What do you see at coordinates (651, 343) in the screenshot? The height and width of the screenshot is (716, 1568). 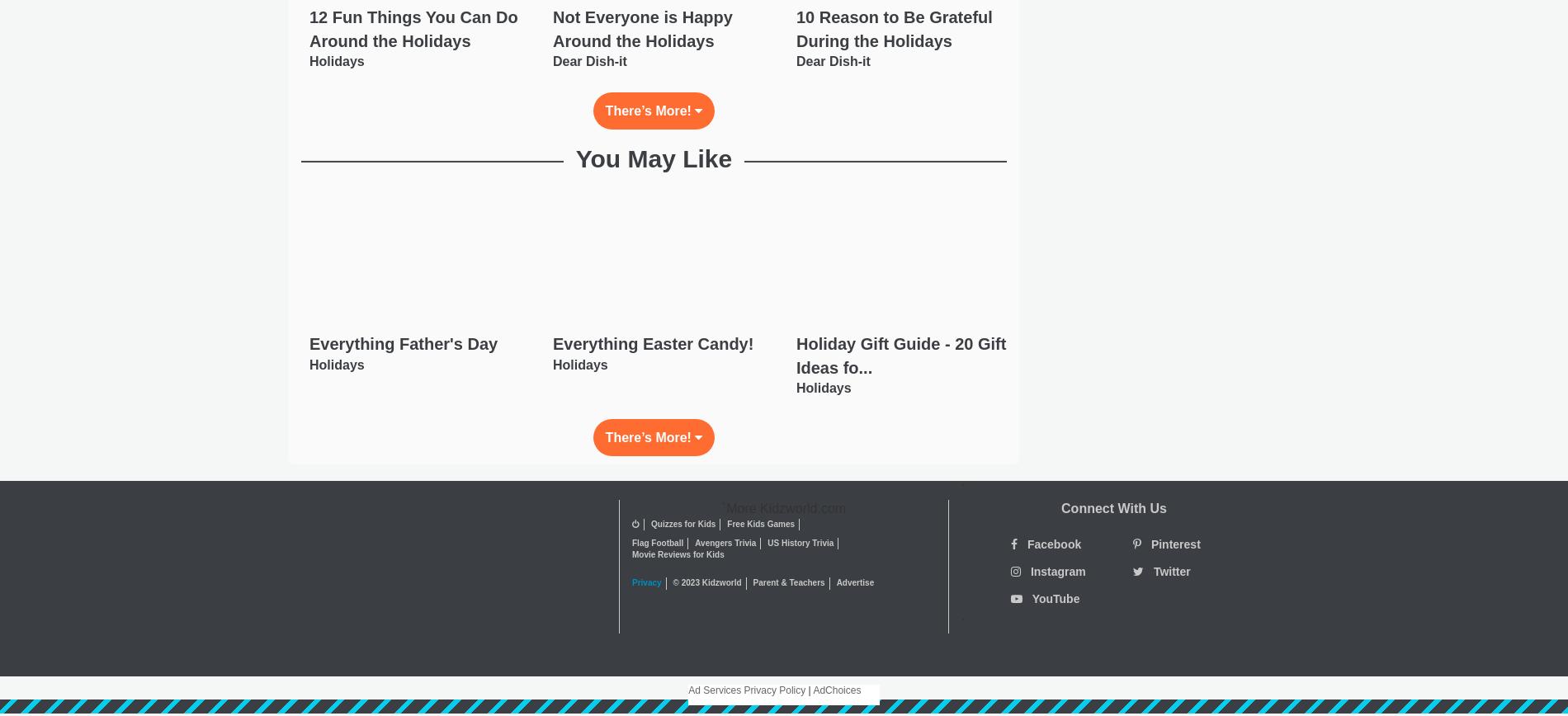 I see `'Everything Easter Candy!'` at bounding box center [651, 343].